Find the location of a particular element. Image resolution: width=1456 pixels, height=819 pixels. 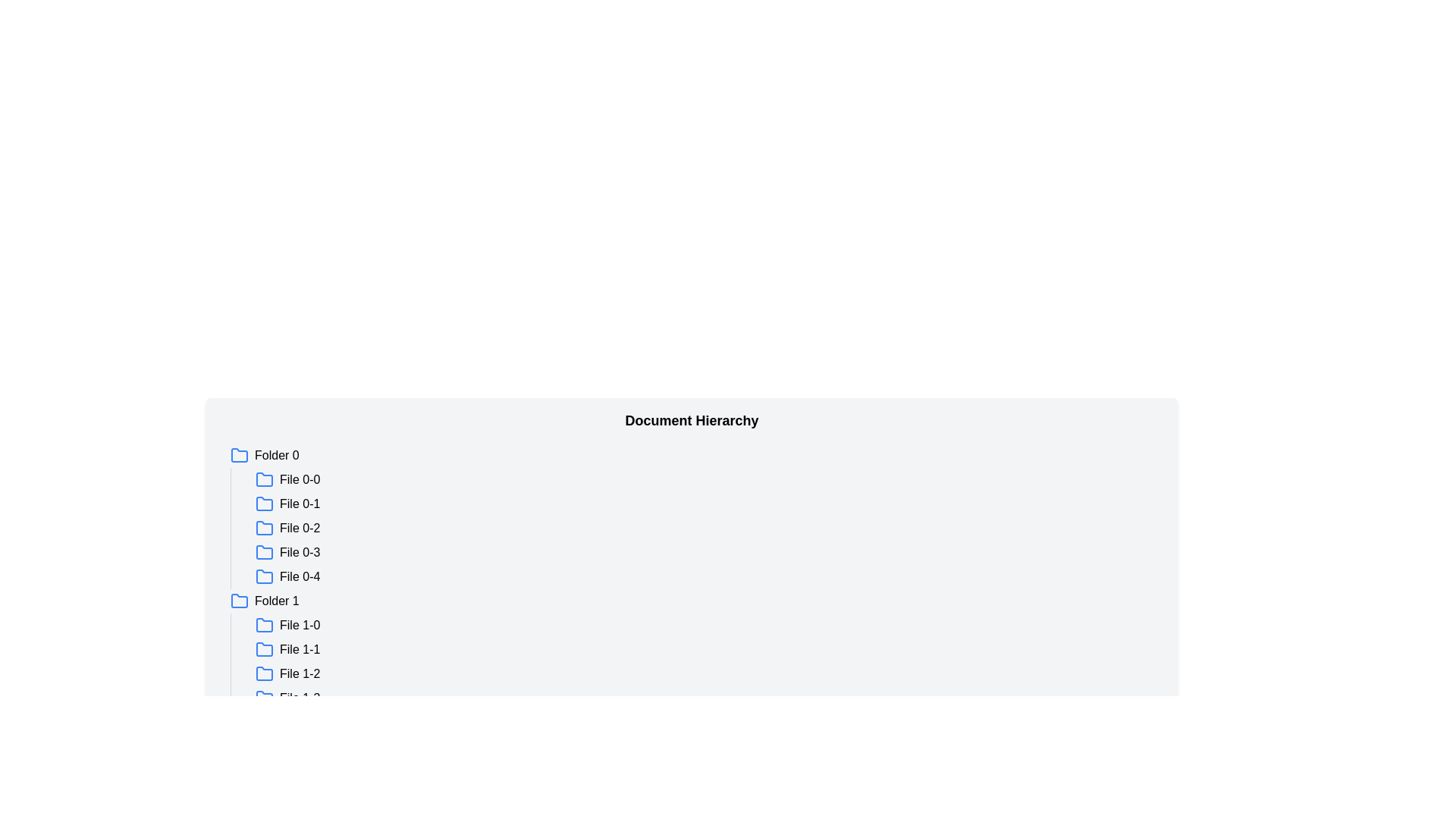

the folder icon representing 'Folder 1' is located at coordinates (239, 601).